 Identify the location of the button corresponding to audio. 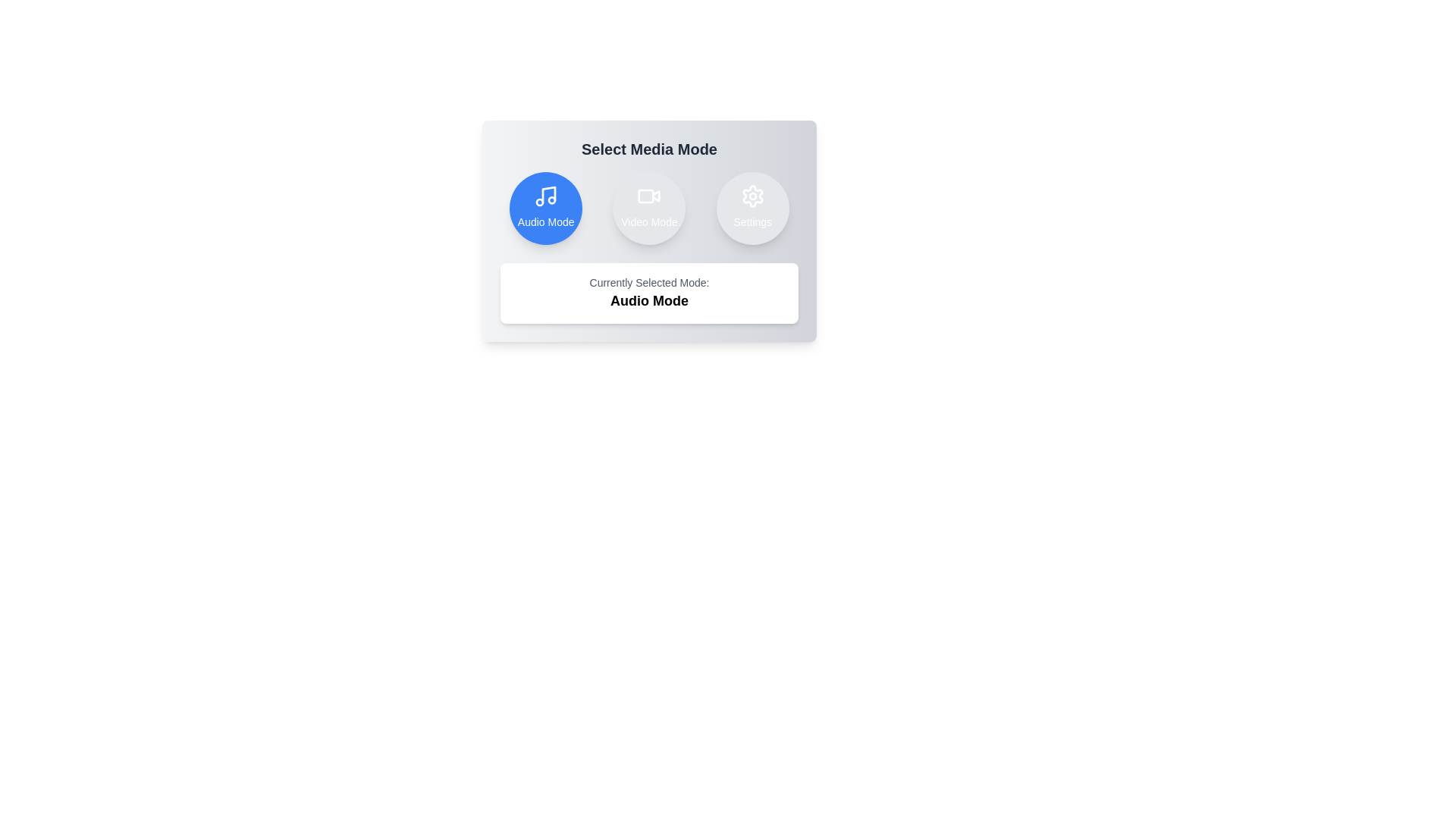
(546, 208).